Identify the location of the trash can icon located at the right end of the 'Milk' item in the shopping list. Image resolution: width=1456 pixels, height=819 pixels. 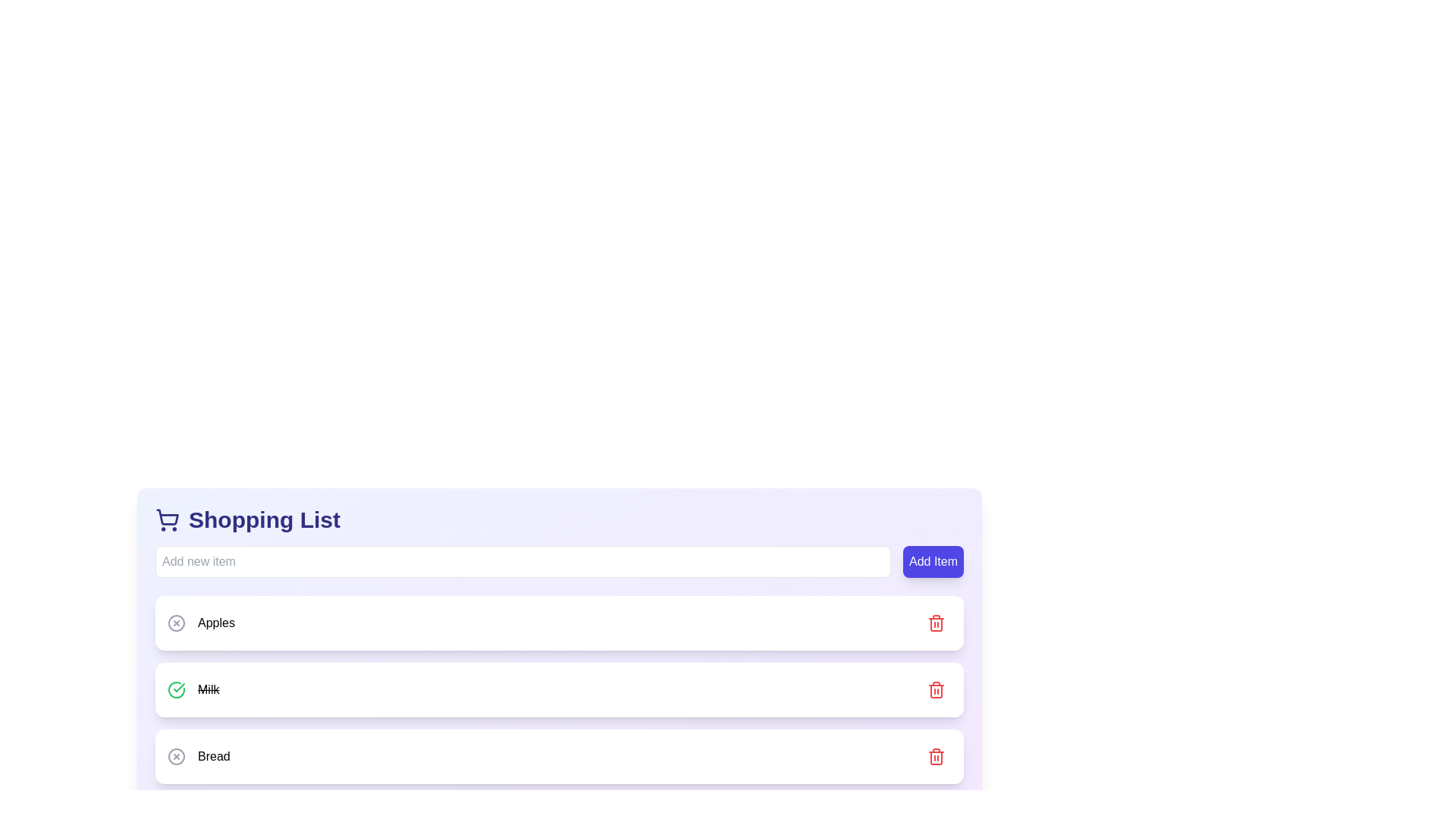
(935, 690).